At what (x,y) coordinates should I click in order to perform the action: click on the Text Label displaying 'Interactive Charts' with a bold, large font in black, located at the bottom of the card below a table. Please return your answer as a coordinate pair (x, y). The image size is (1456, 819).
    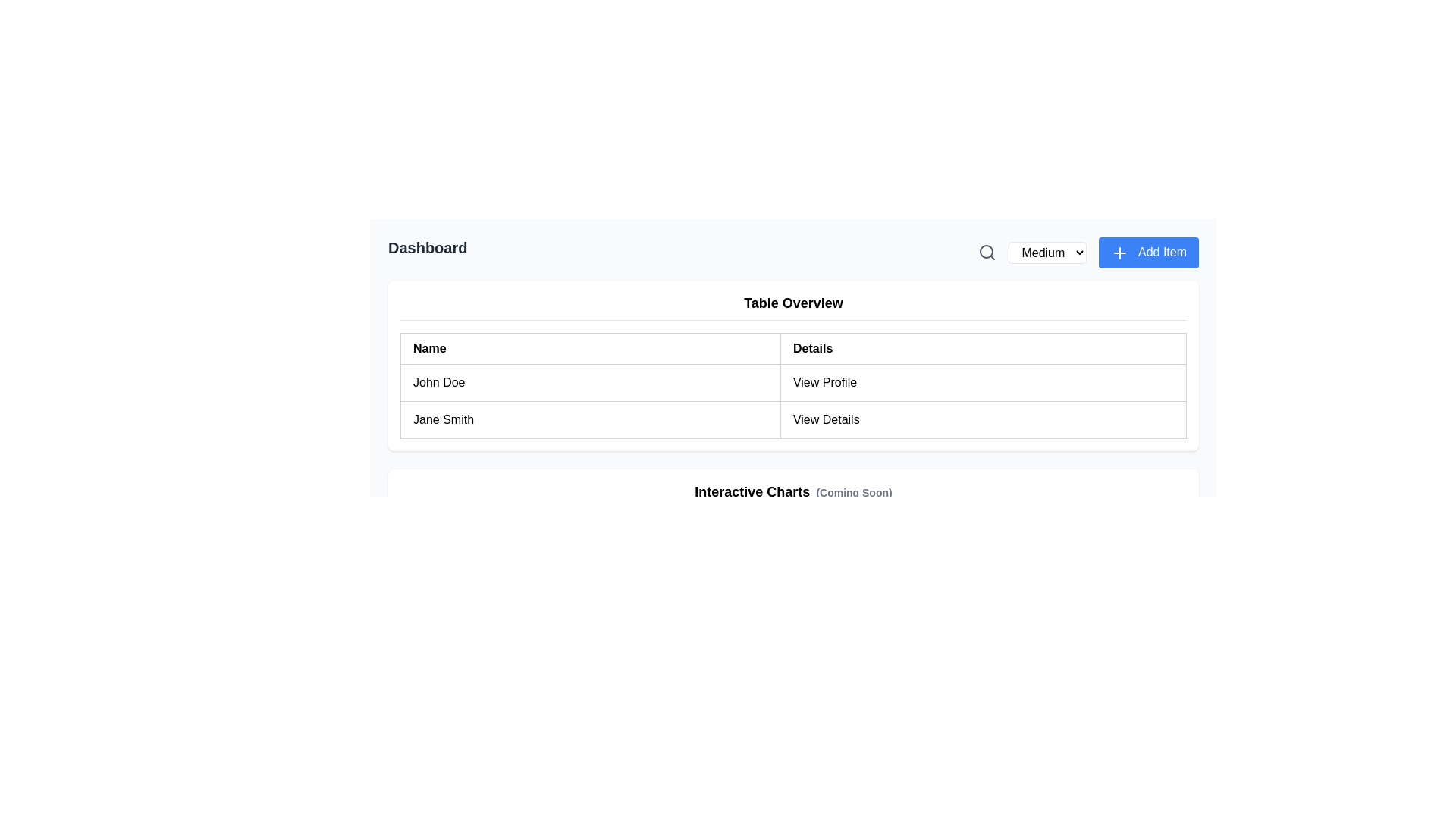
    Looking at the image, I should click on (792, 491).